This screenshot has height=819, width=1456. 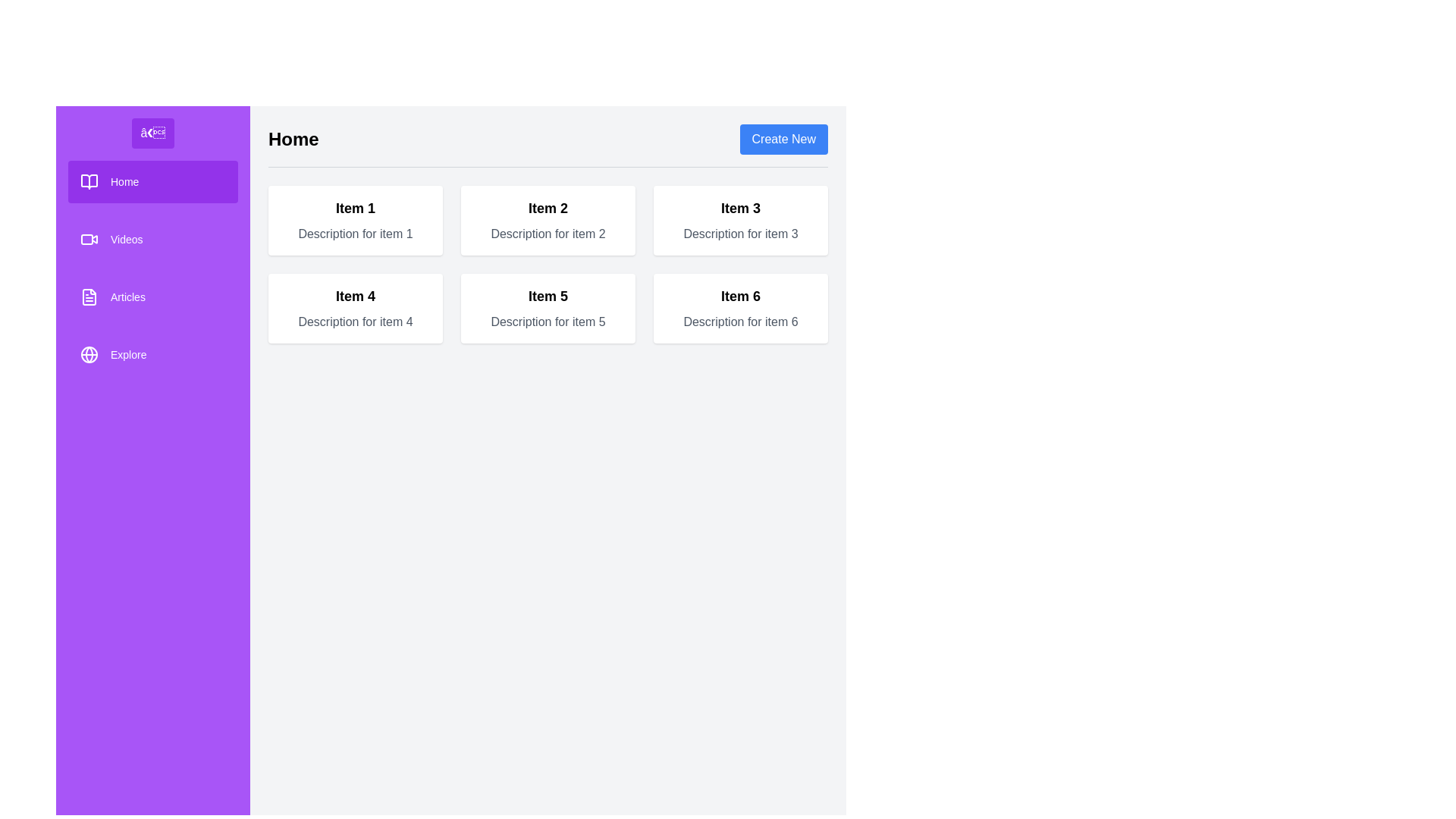 I want to click on the descriptive Text label for the card titled 'Item 4', which is located beneath the title text within the second card of the second row, so click(x=355, y=321).